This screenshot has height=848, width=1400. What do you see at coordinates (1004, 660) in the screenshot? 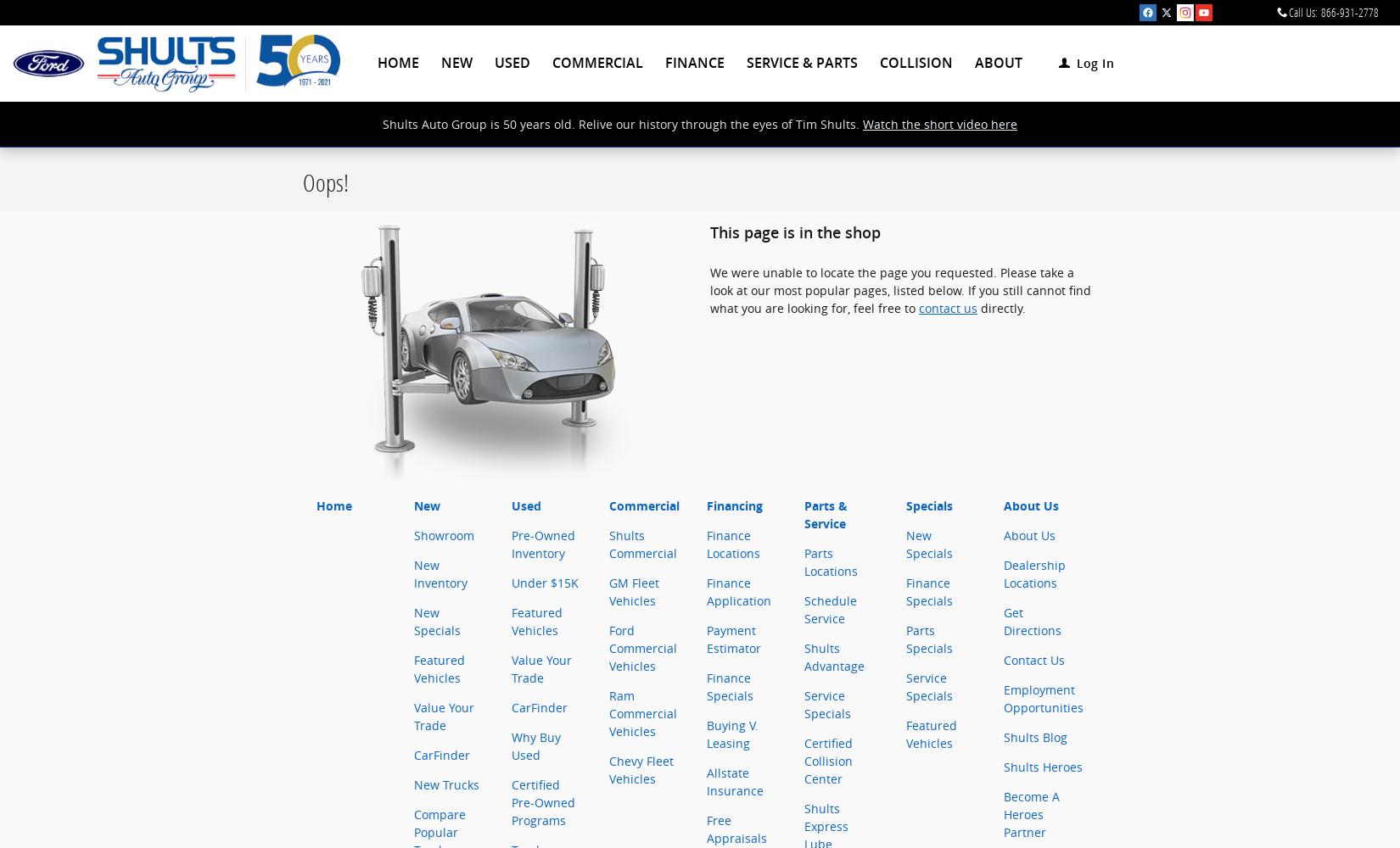
I see `'Contact Us'` at bounding box center [1004, 660].